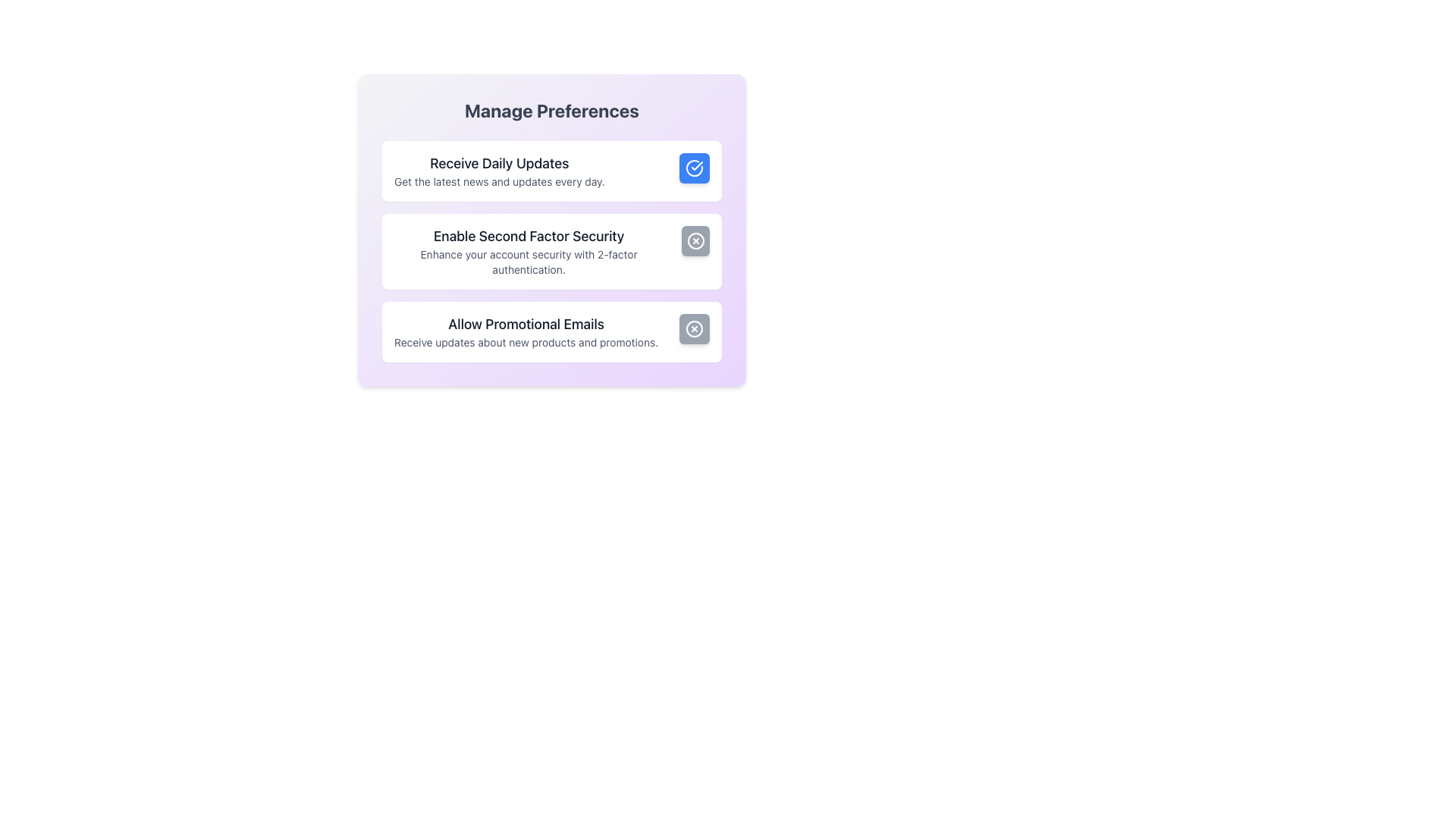 This screenshot has width=1456, height=819. I want to click on information from the interactive card titled 'Receive Daily Updates' which is located in the 'Manage Preferences' section, positioned at the top of the stack, so click(551, 171).